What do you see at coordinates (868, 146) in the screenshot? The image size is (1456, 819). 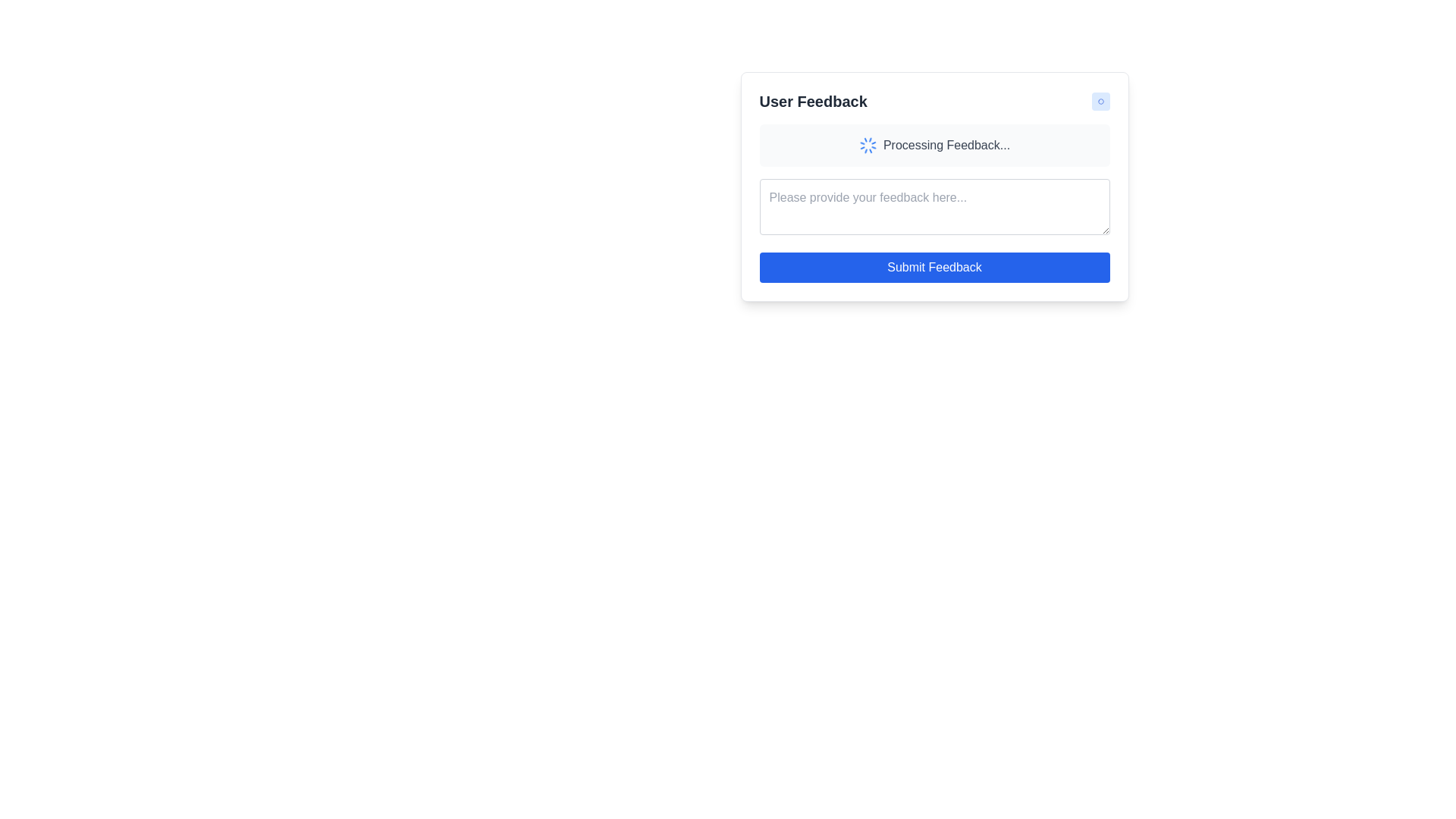 I see `the loading spinner located at the top of the 'User Feedback' card interface, which is positioned to the immediate left of the text 'Processing Feedback...'` at bounding box center [868, 146].